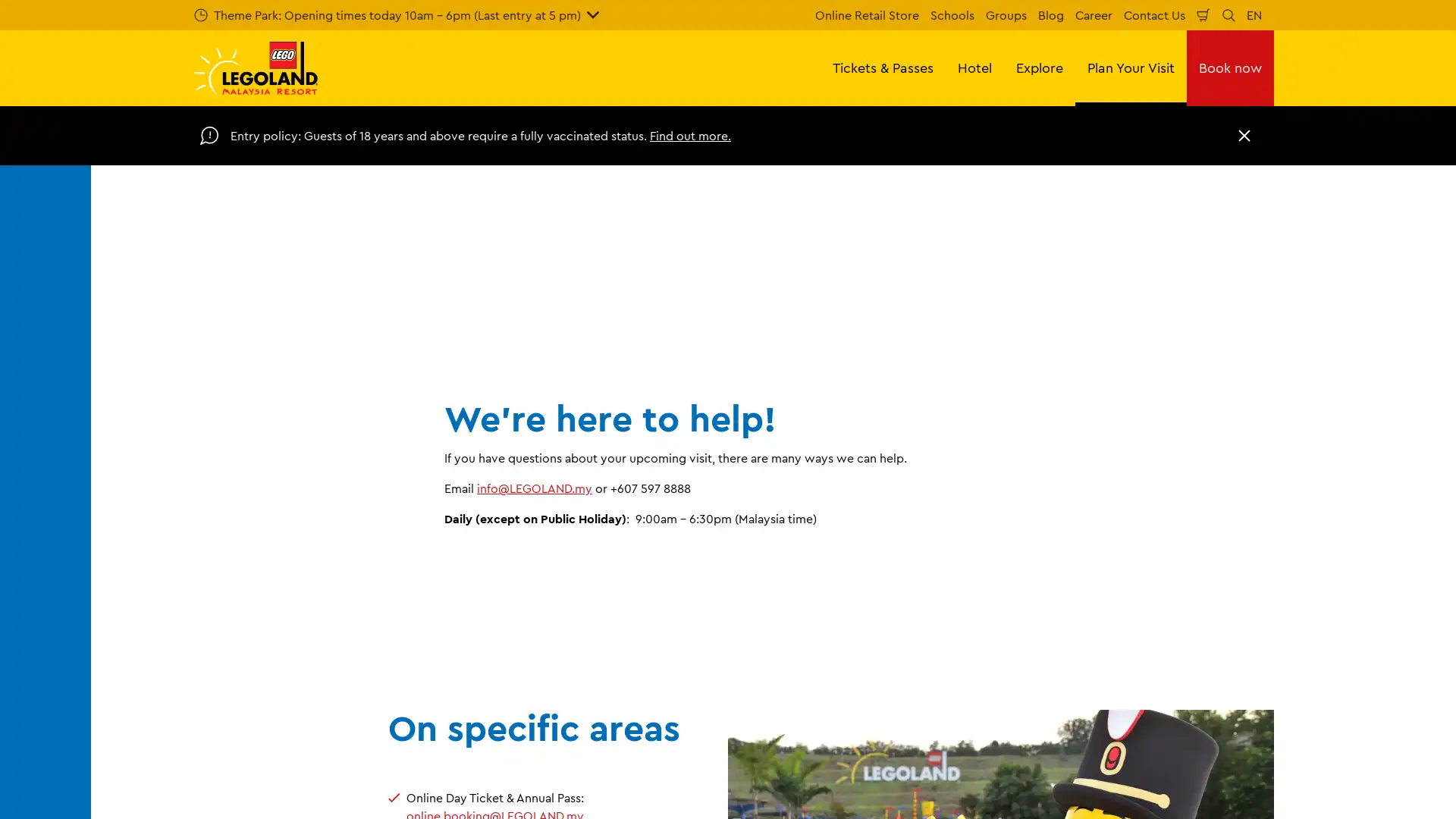 The image size is (1456, 819). I want to click on Shopping Cart, so click(1203, 14).